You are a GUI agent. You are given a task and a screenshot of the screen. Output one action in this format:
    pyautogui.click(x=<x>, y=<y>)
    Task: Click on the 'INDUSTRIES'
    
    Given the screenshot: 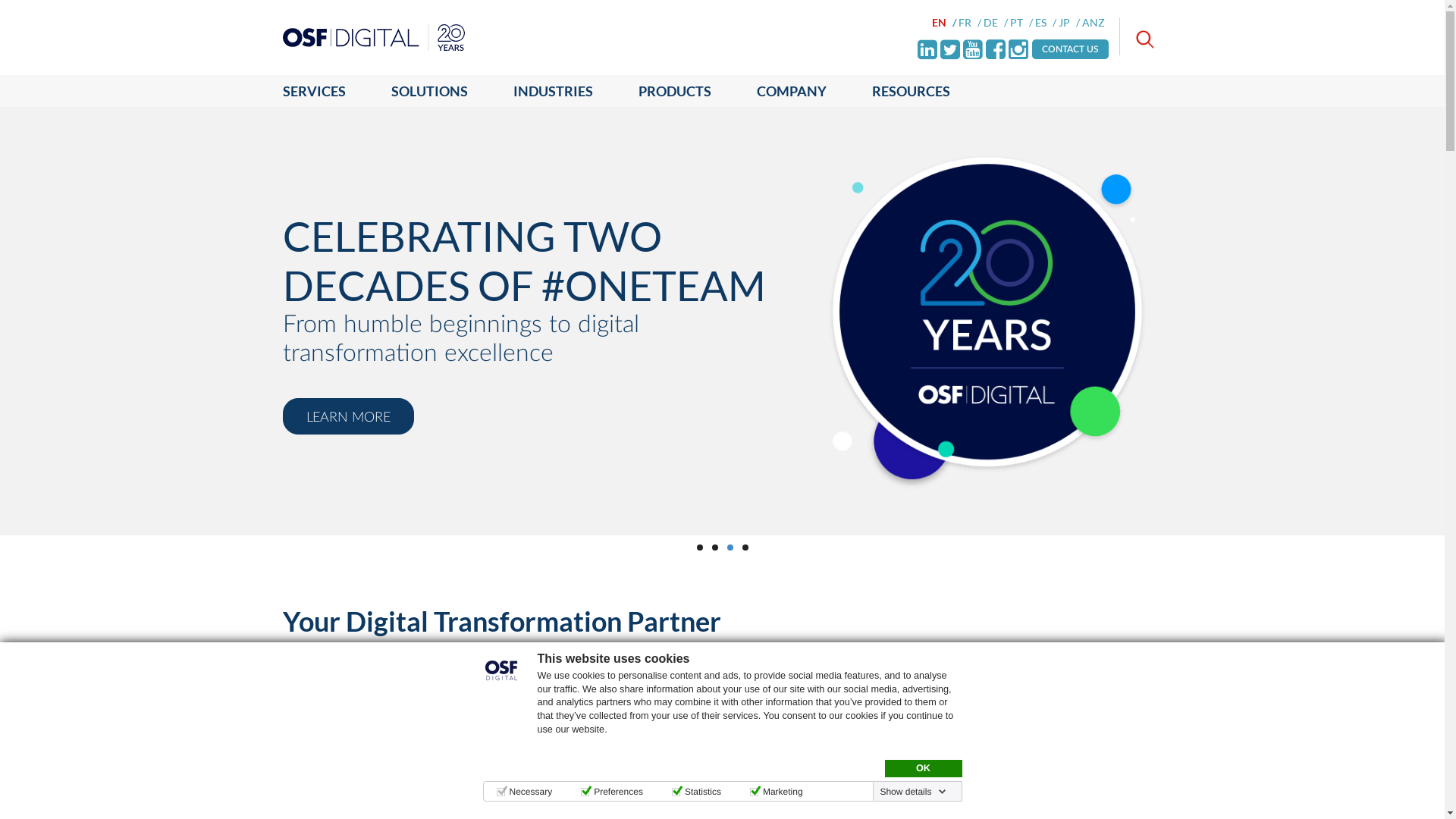 What is the action you would take?
    pyautogui.click(x=490, y=90)
    